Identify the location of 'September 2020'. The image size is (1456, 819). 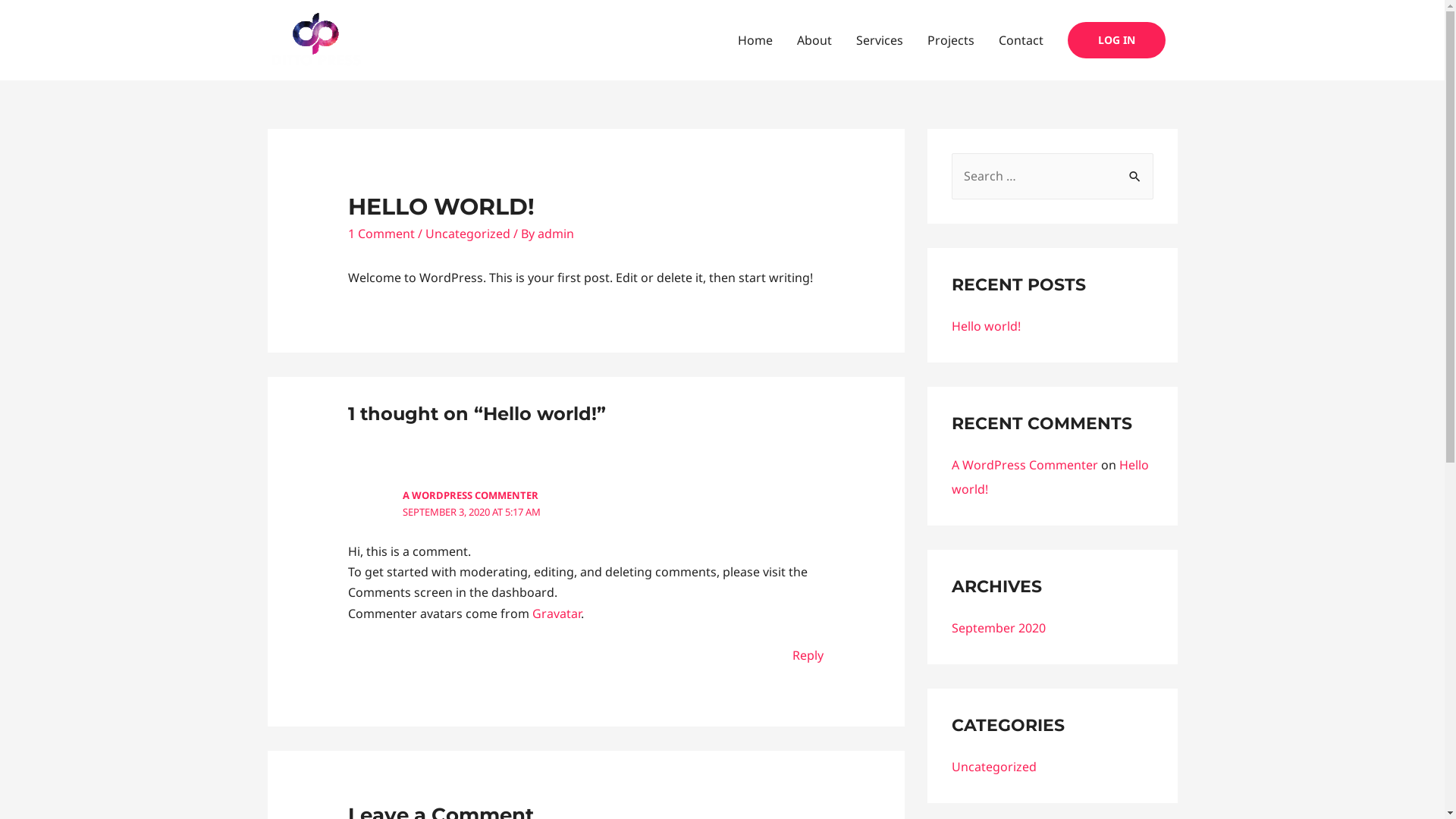
(997, 628).